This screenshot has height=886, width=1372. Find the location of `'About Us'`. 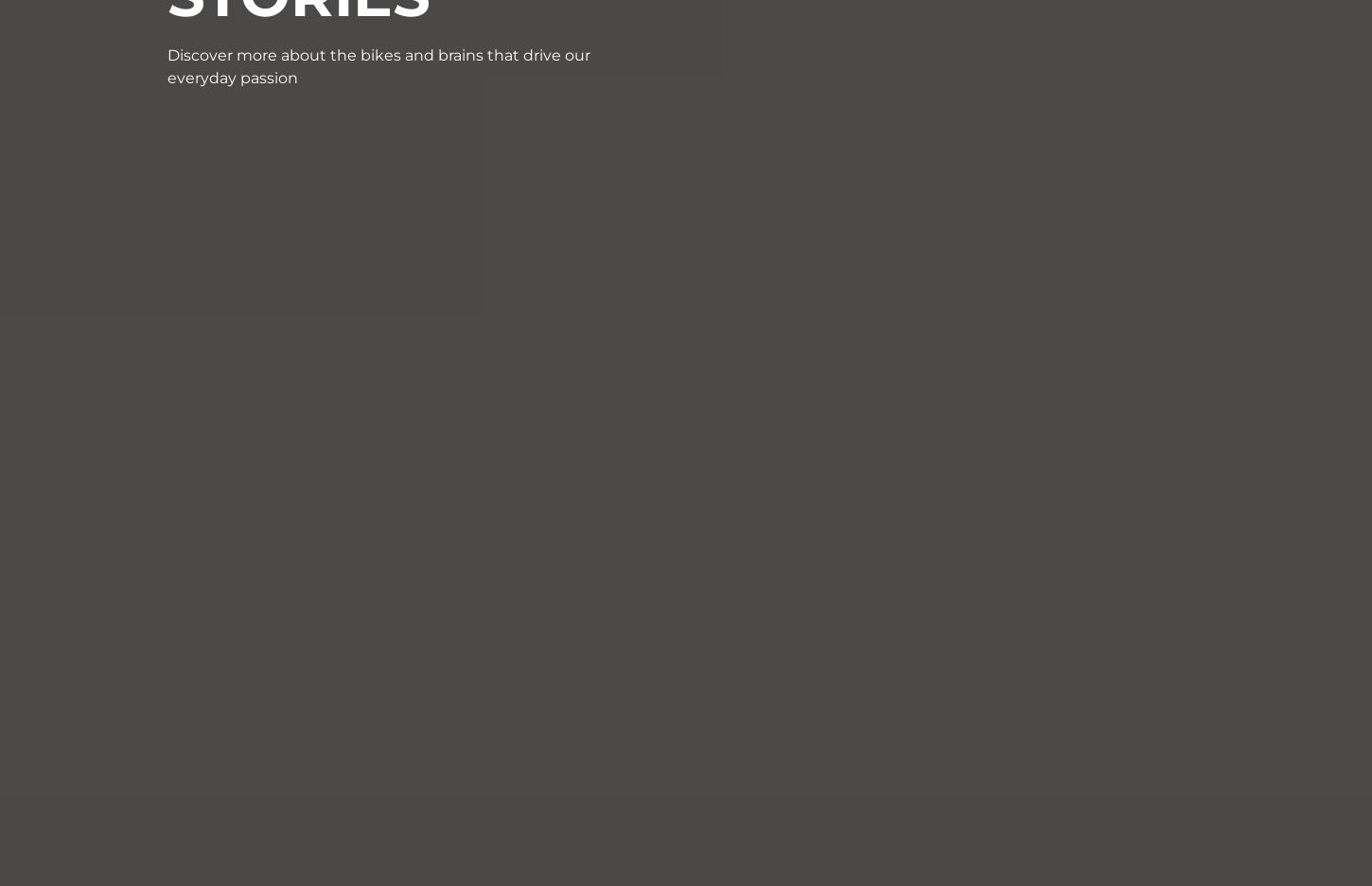

'About Us' is located at coordinates (522, 557).